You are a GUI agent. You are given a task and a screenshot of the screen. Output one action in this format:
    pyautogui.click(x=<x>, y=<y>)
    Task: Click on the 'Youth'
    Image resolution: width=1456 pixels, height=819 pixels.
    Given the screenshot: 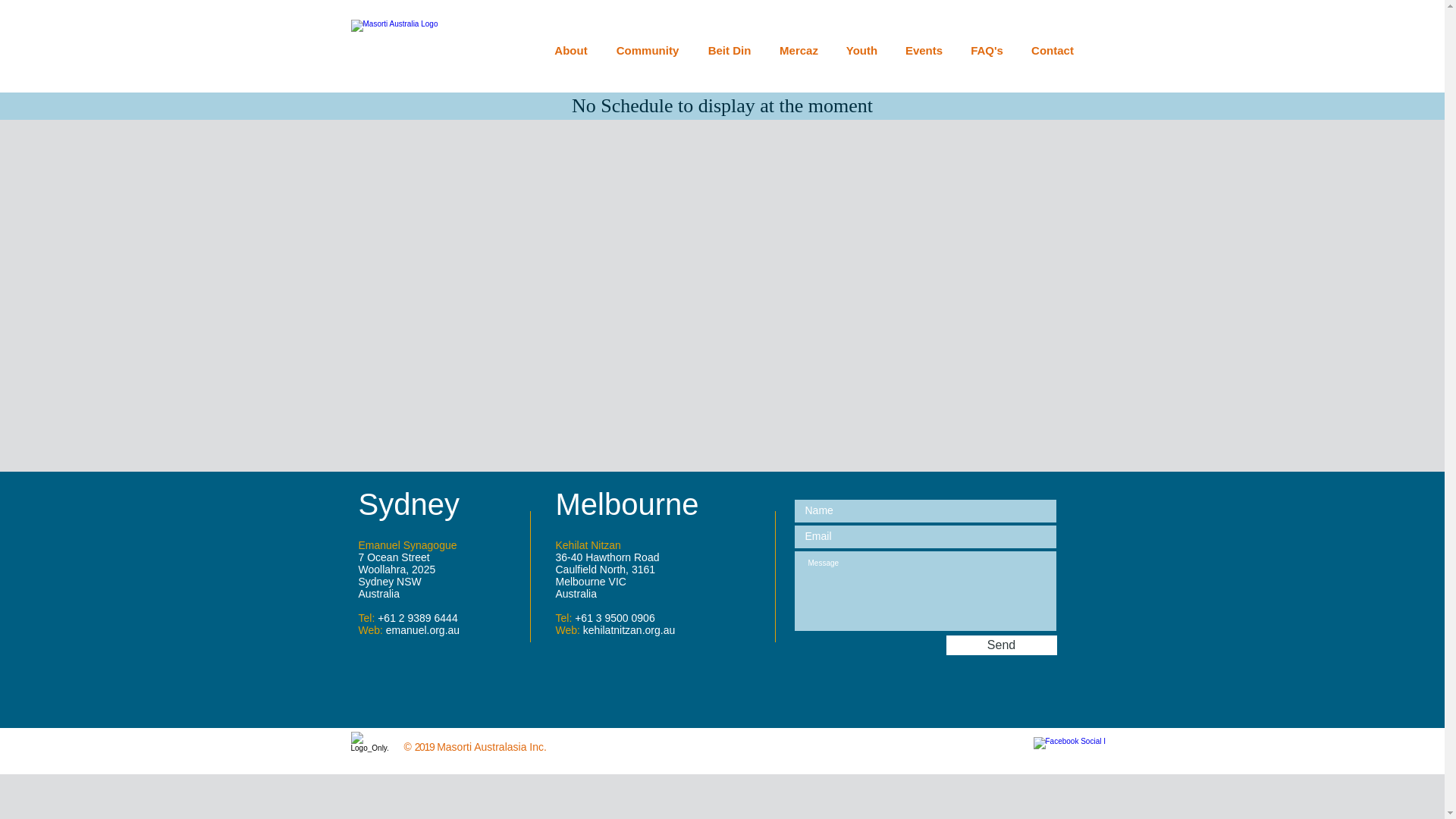 What is the action you would take?
    pyautogui.click(x=862, y=49)
    